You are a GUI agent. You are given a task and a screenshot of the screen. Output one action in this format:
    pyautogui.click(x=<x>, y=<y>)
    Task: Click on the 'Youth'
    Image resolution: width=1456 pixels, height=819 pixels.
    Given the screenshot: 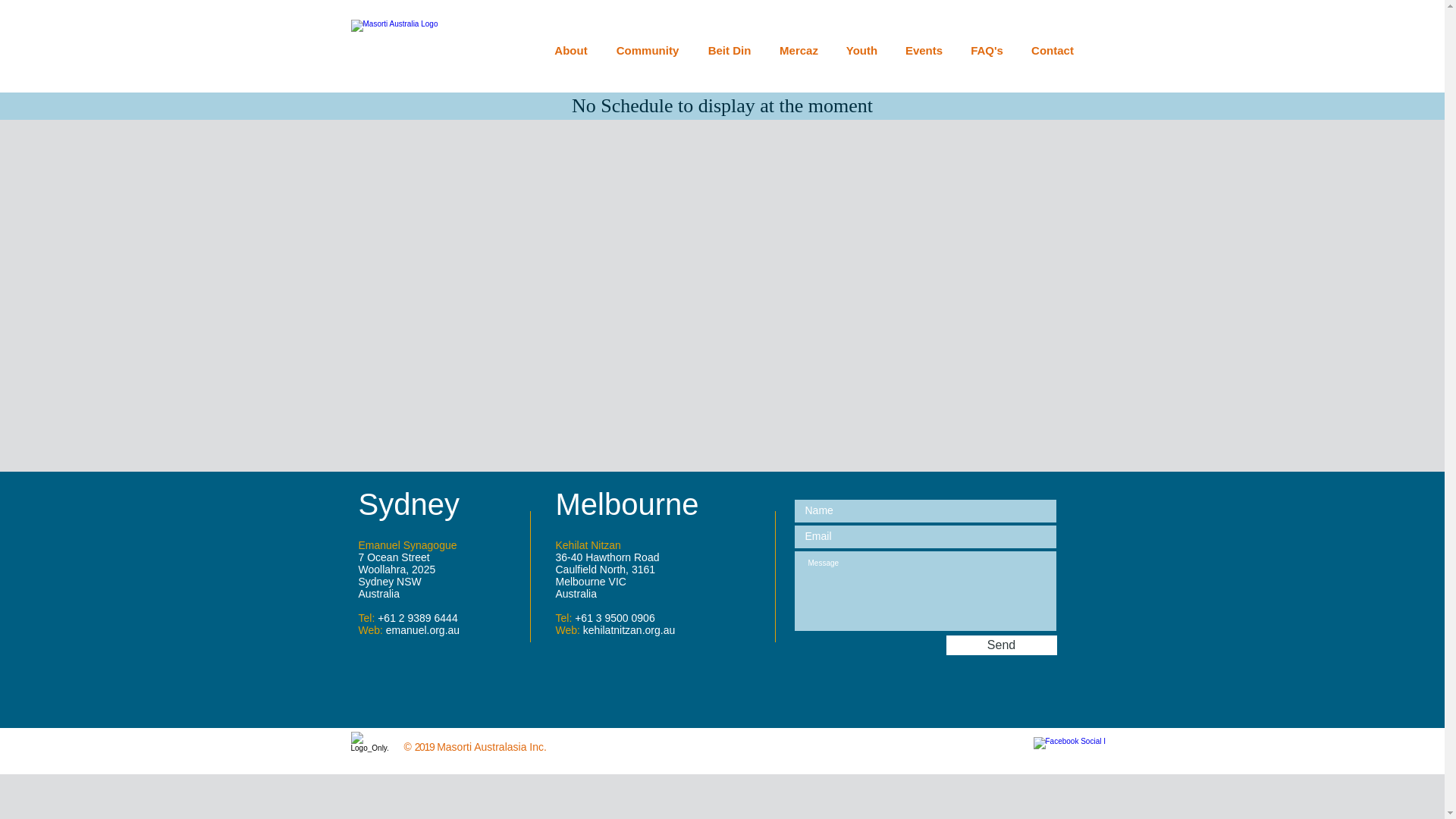 What is the action you would take?
    pyautogui.click(x=862, y=49)
    